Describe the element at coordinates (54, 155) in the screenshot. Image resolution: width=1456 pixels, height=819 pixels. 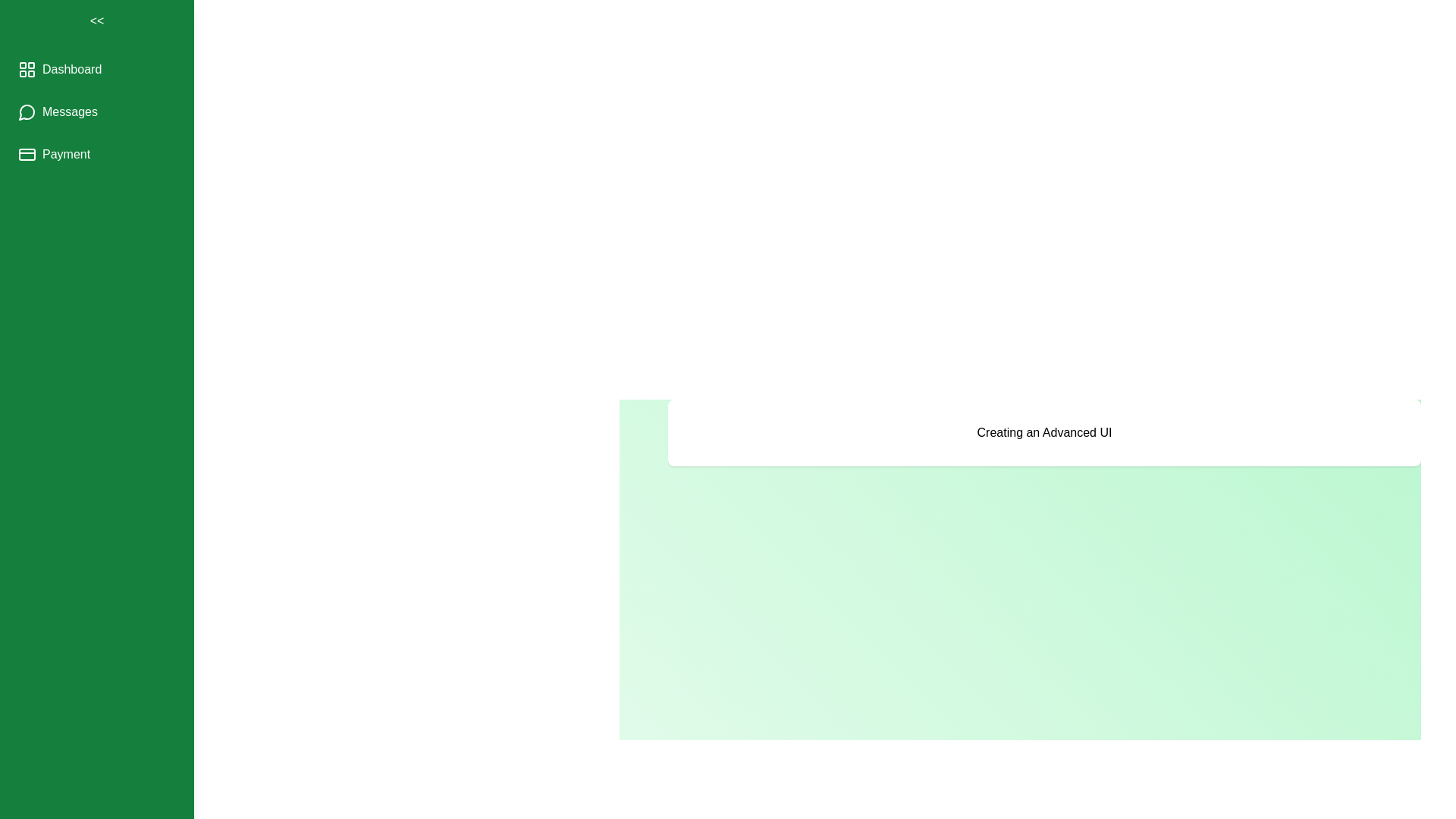
I see `the 'Payment' button in the sidebar, which features a credit card icon and white text on a green background` at that location.